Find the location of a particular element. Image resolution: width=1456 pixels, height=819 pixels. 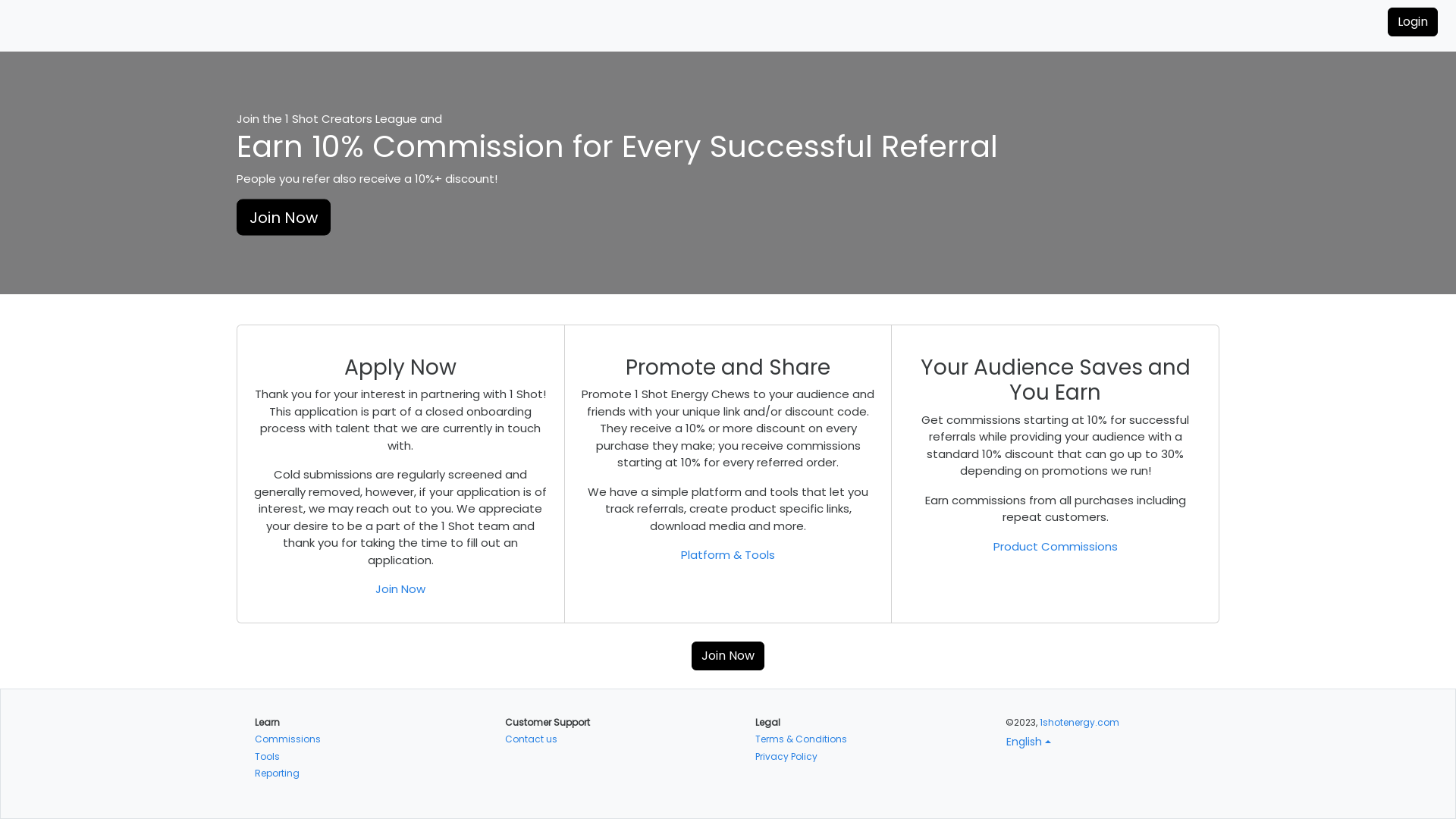

'Contact us' is located at coordinates (526, 704).